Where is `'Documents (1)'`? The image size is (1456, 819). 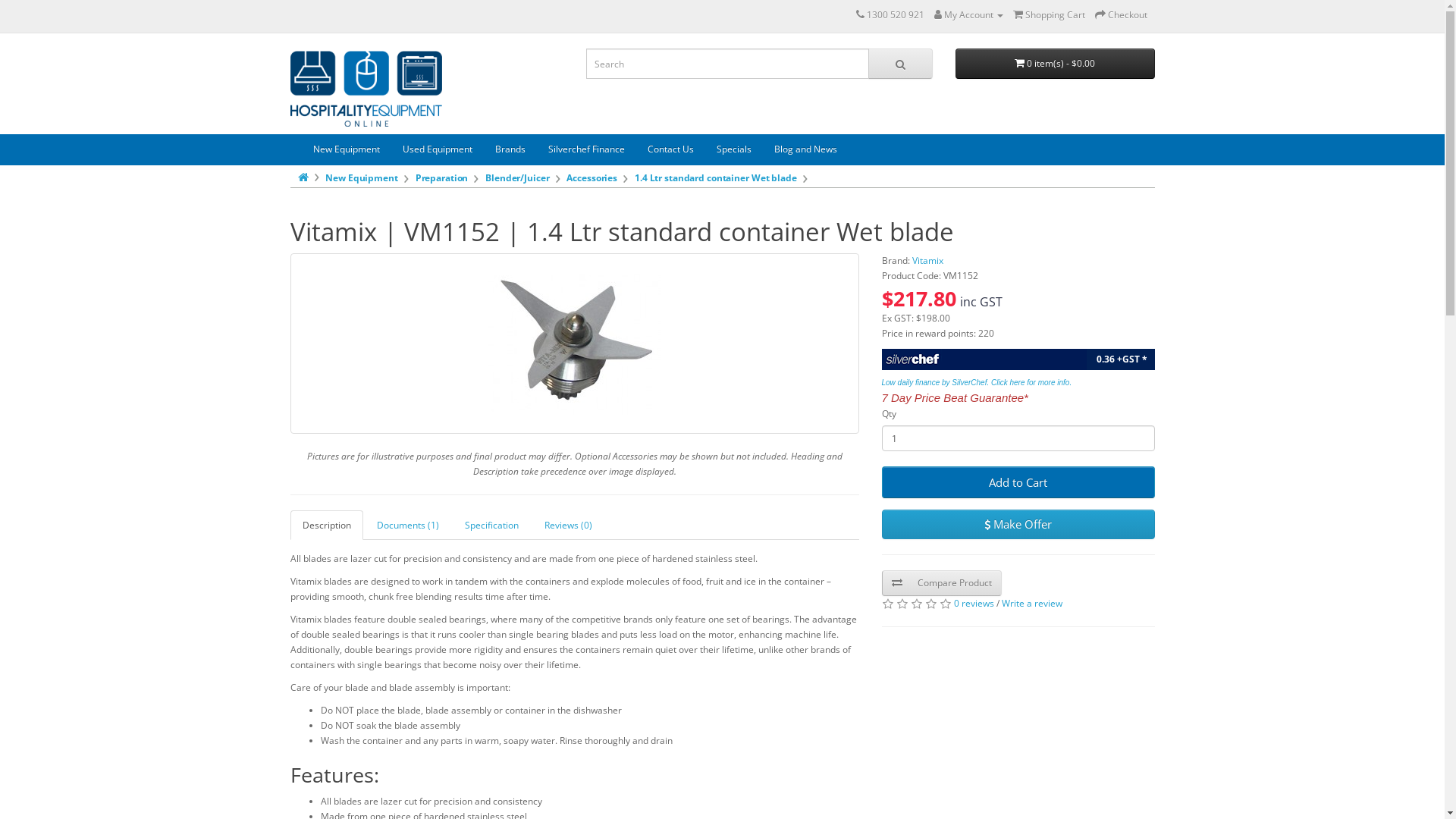
'Documents (1)' is located at coordinates (407, 524).